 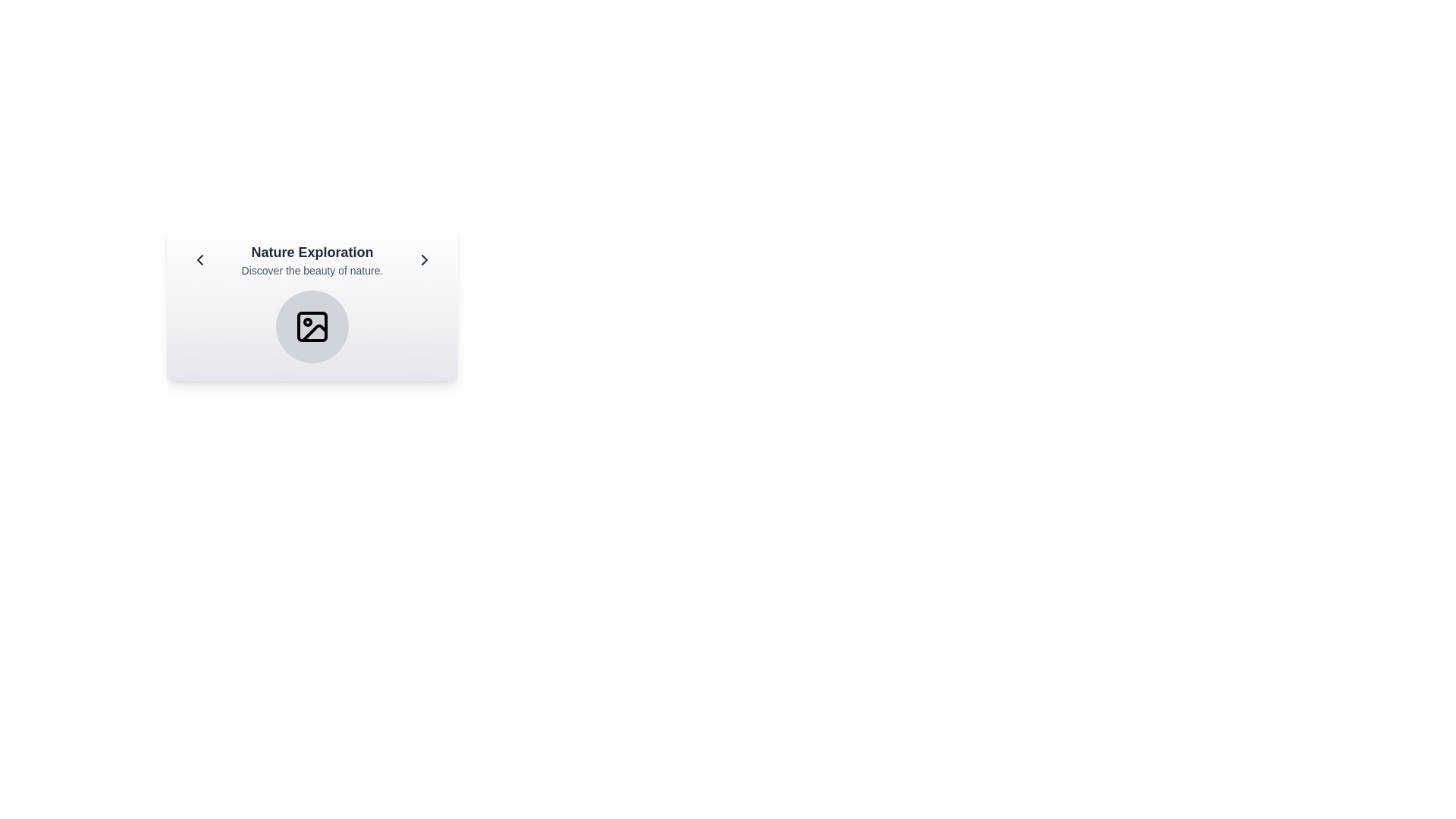 I want to click on the descriptive subtitle text block located below the 'Nature Exploration' title, which provides additional context or information, so click(x=312, y=270).